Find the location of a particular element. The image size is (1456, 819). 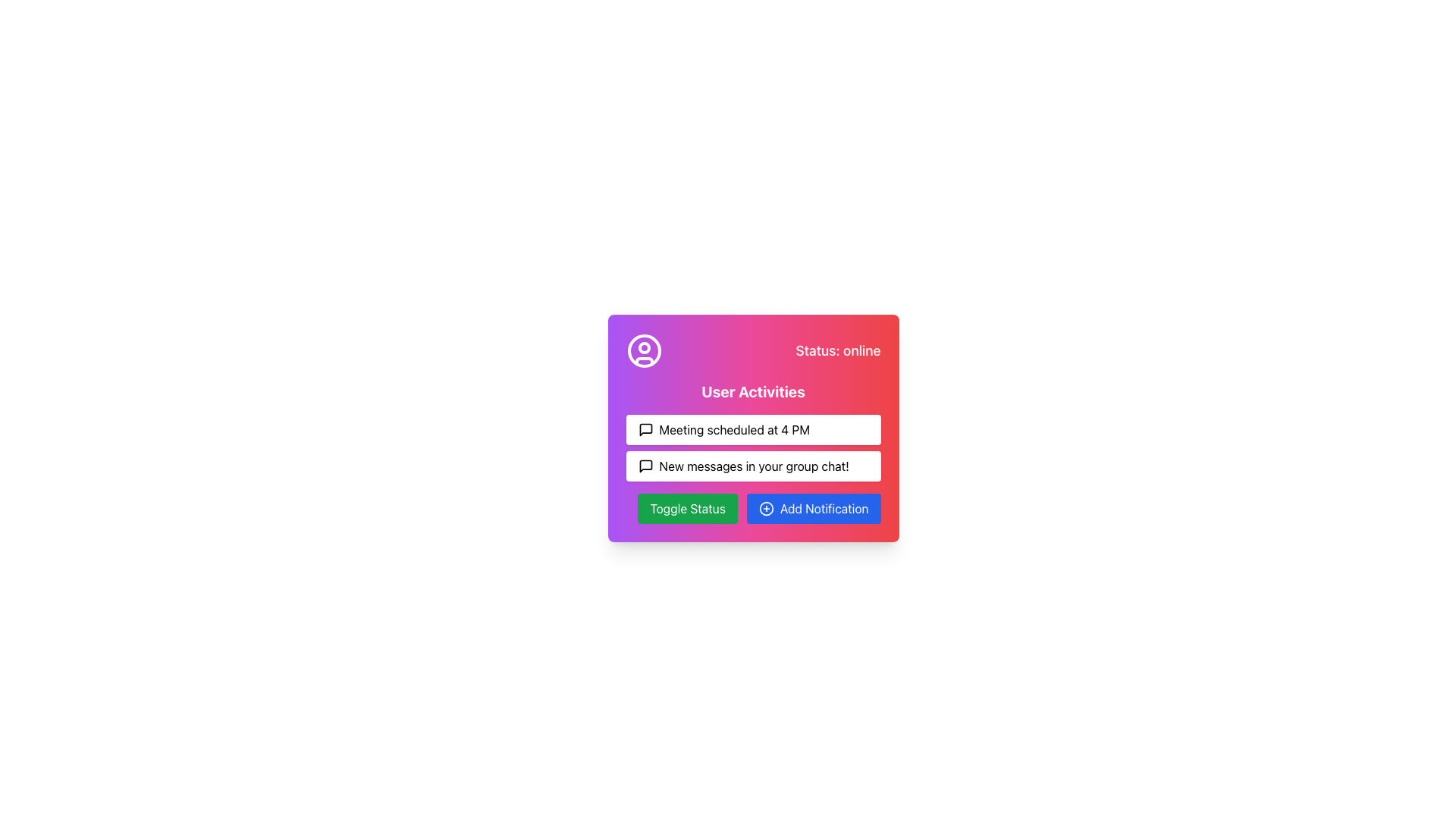

the circular decorative element centered within the user avatar icon at the top-left of the 'User Activities' card is located at coordinates (644, 348).